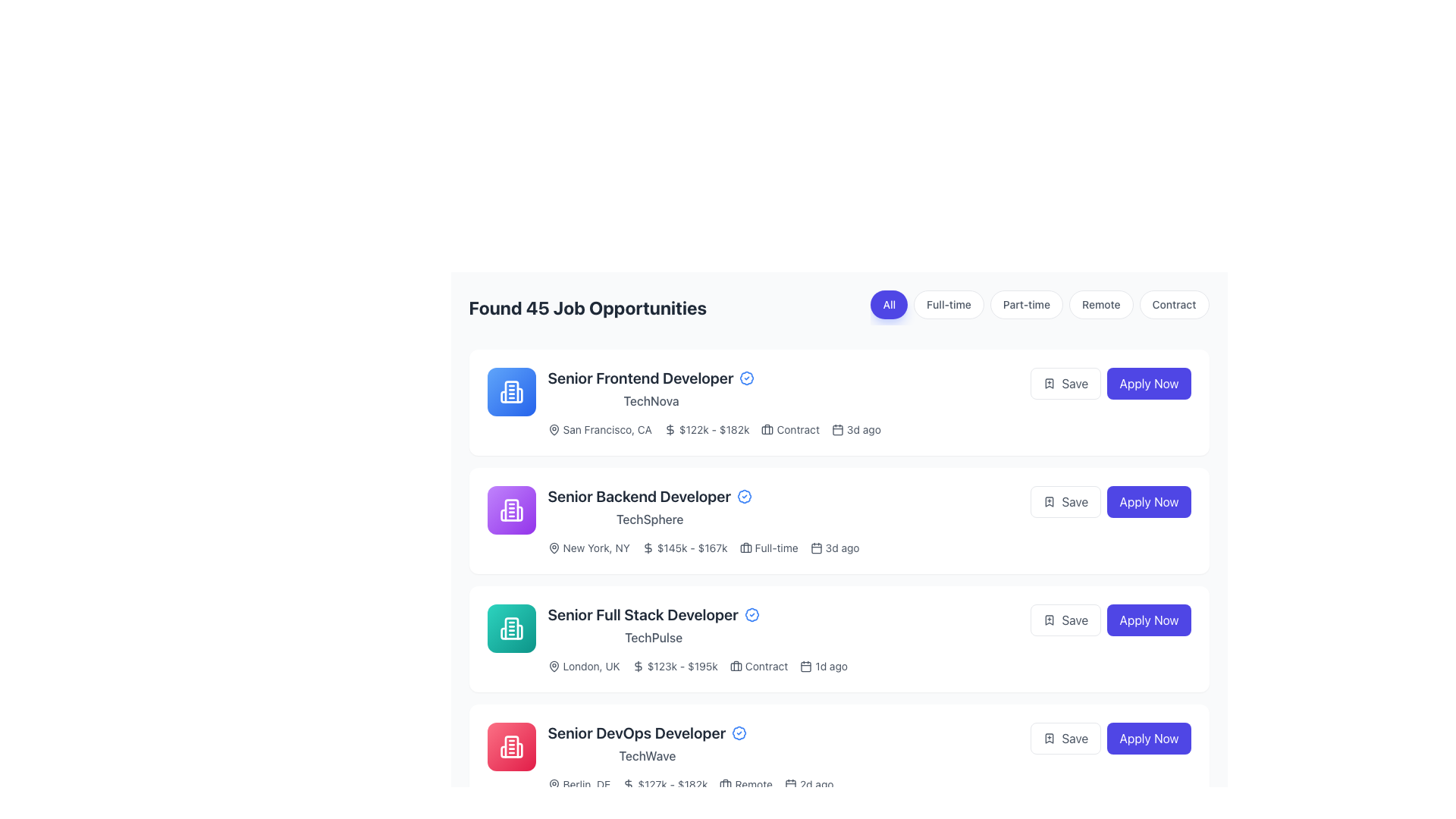 The image size is (1456, 819). What do you see at coordinates (869, 742) in the screenshot?
I see `the 'Apply Now' button on the fourth job listing row for the position of 'Senior DevOps Developer' at 'TechWave'` at bounding box center [869, 742].